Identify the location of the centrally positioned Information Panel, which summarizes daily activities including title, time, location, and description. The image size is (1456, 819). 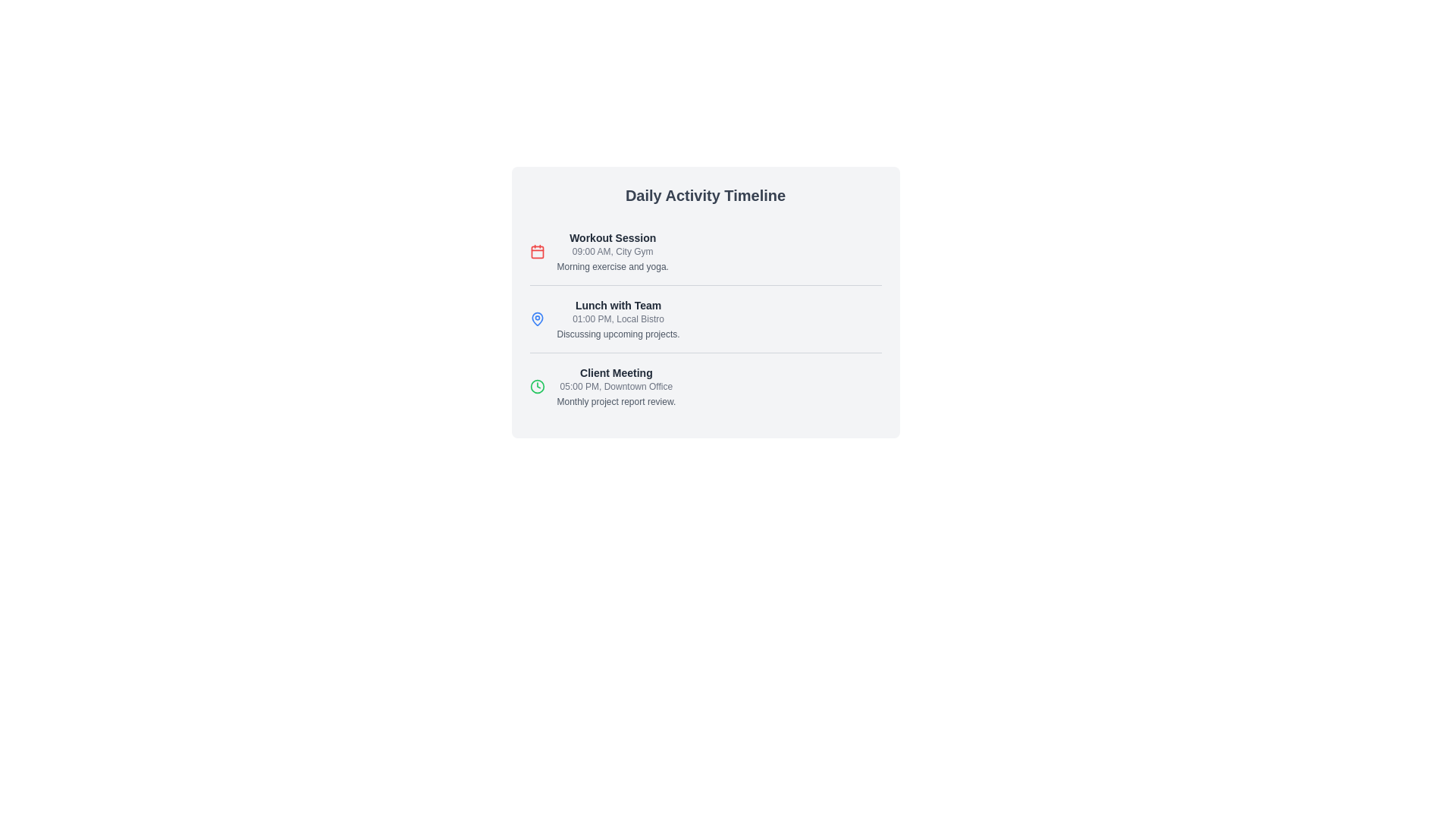
(704, 302).